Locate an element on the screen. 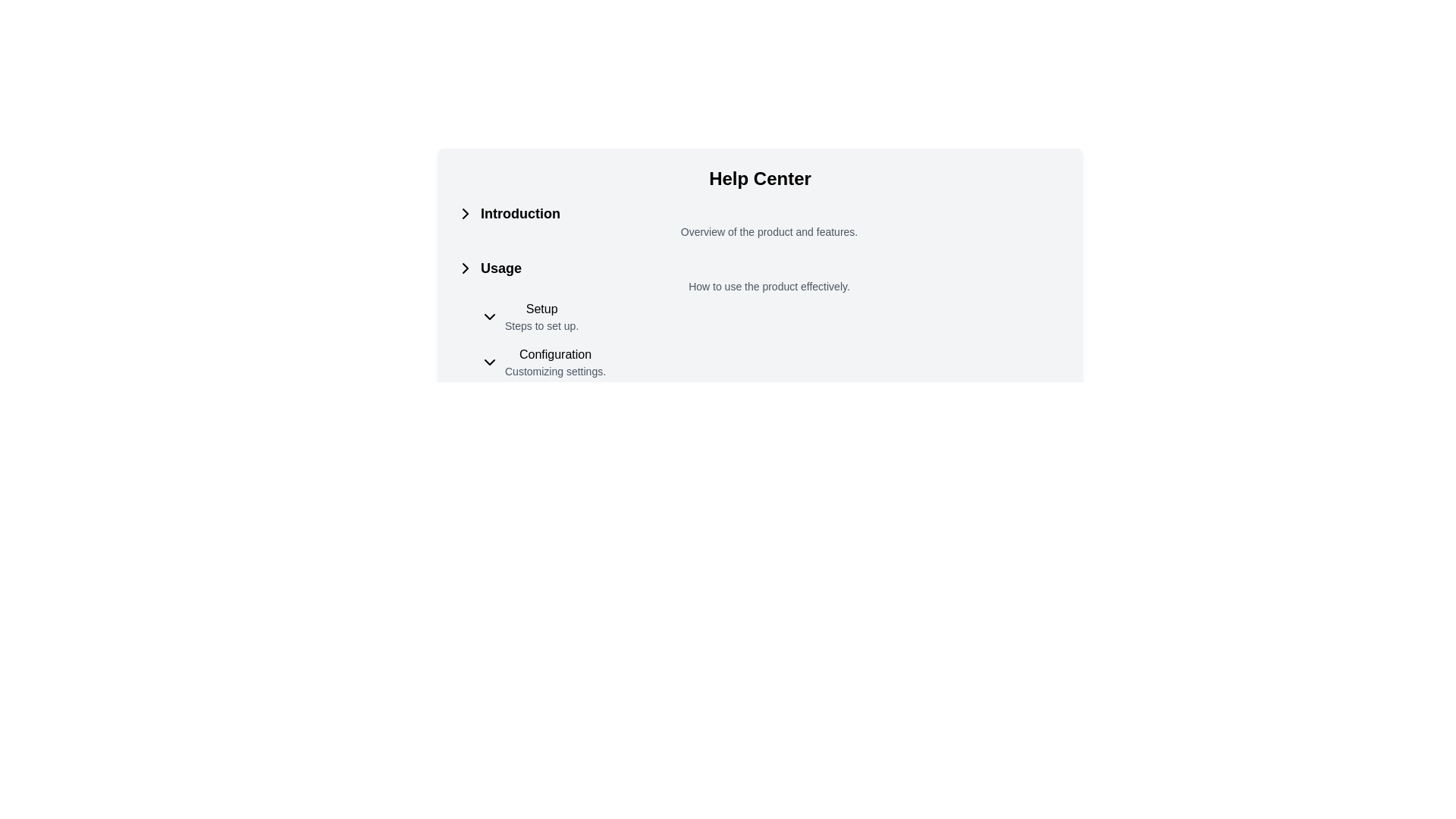 The height and width of the screenshot is (819, 1456). the Text Label that provides a summary related to the 'Introduction' section, located directly below the bold heading labeled 'Introduction' is located at coordinates (769, 231).